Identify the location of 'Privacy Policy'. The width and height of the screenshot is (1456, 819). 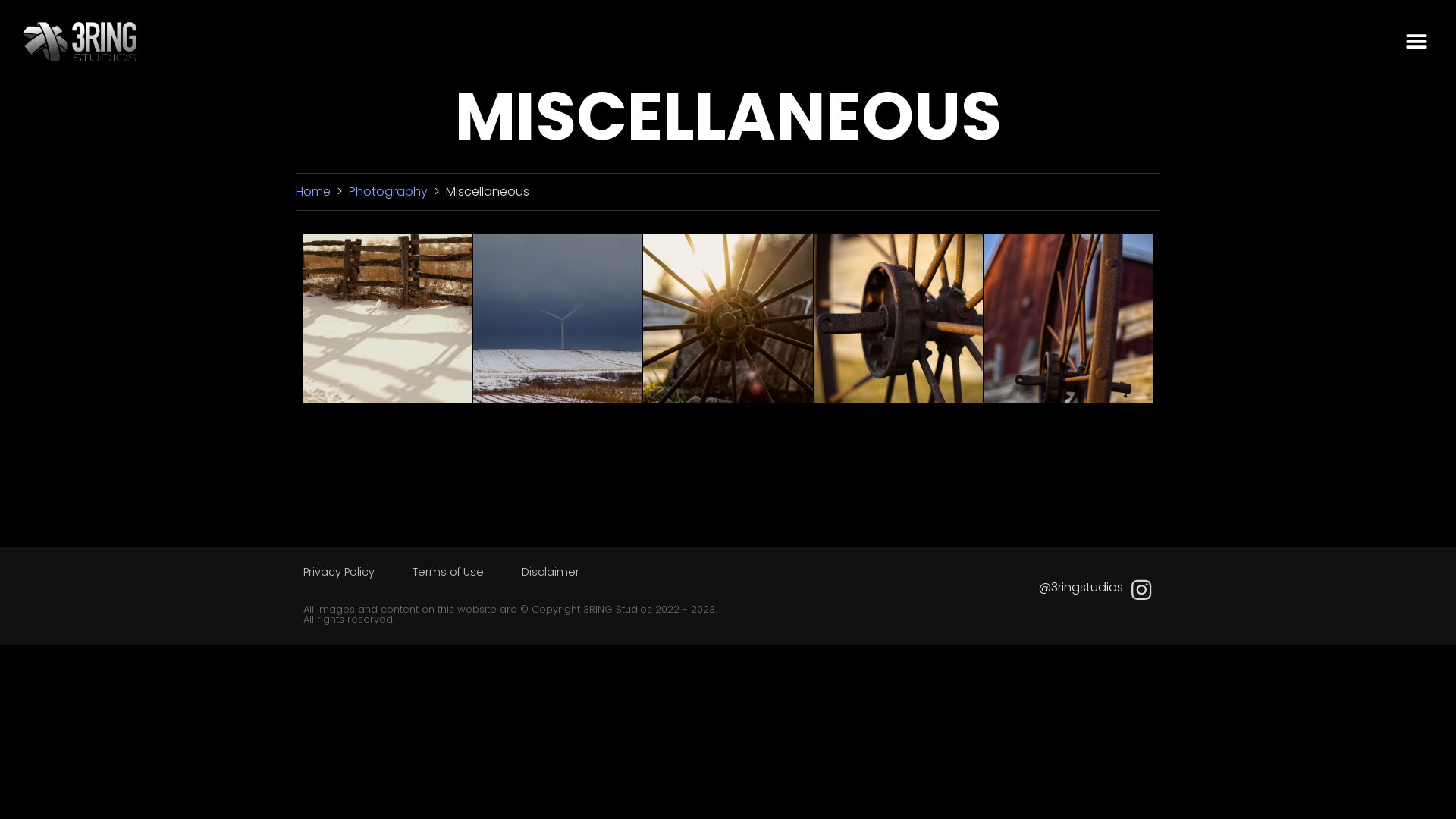
(337, 571).